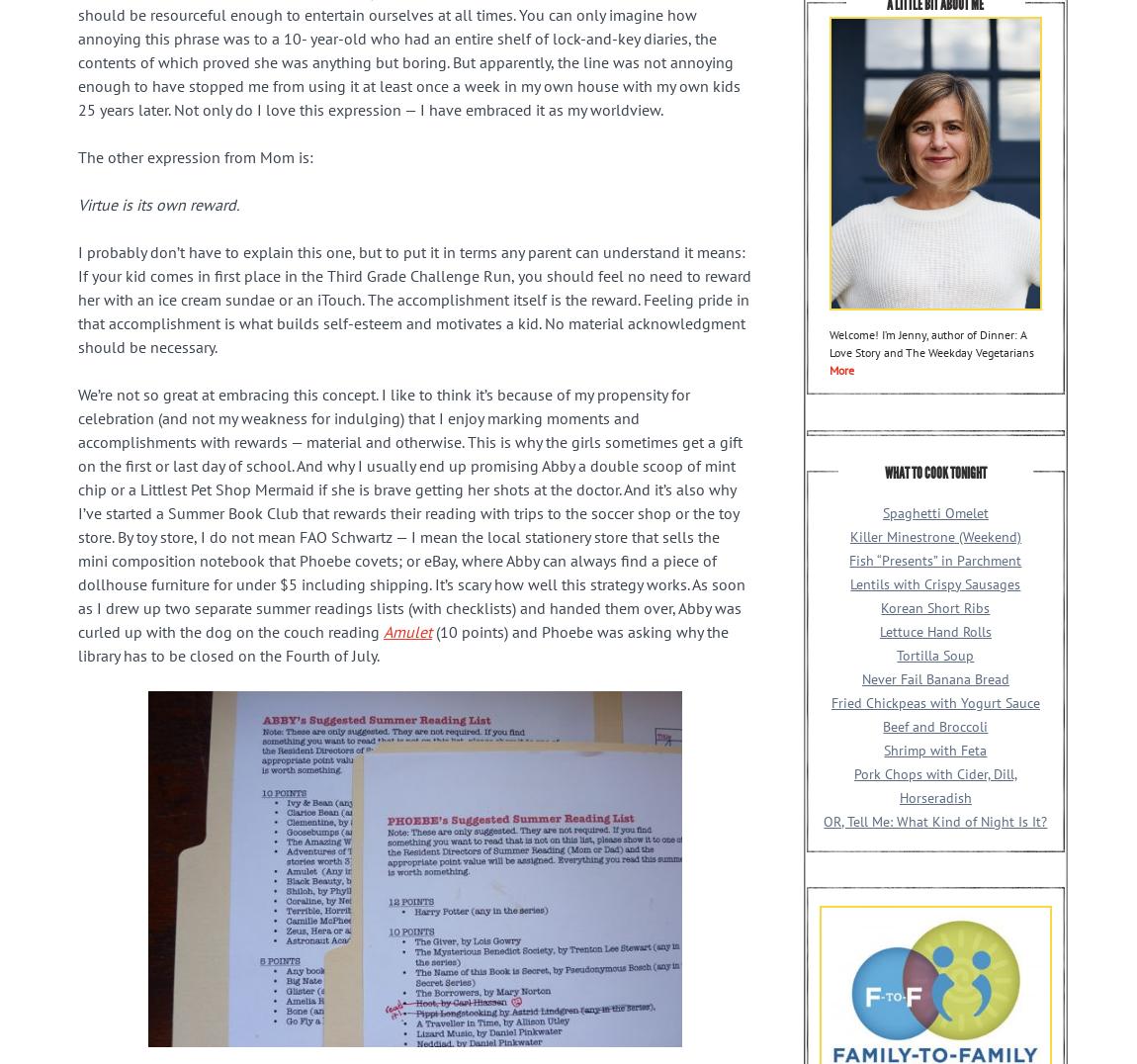  I want to click on 'Beef and Broccoli', so click(934, 725).